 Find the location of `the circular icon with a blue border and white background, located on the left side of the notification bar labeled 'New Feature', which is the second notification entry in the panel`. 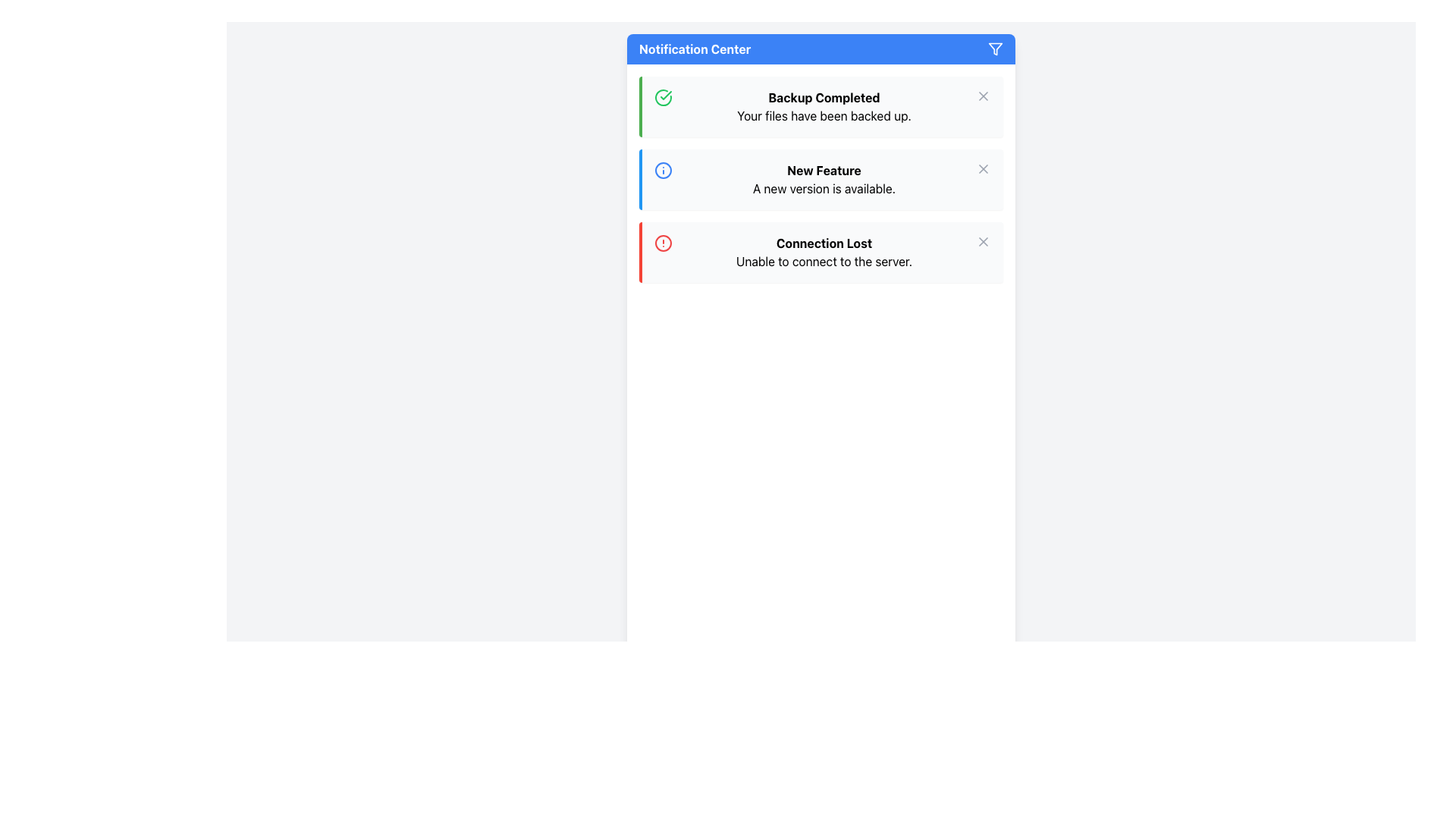

the circular icon with a blue border and white background, located on the left side of the notification bar labeled 'New Feature', which is the second notification entry in the panel is located at coordinates (663, 170).